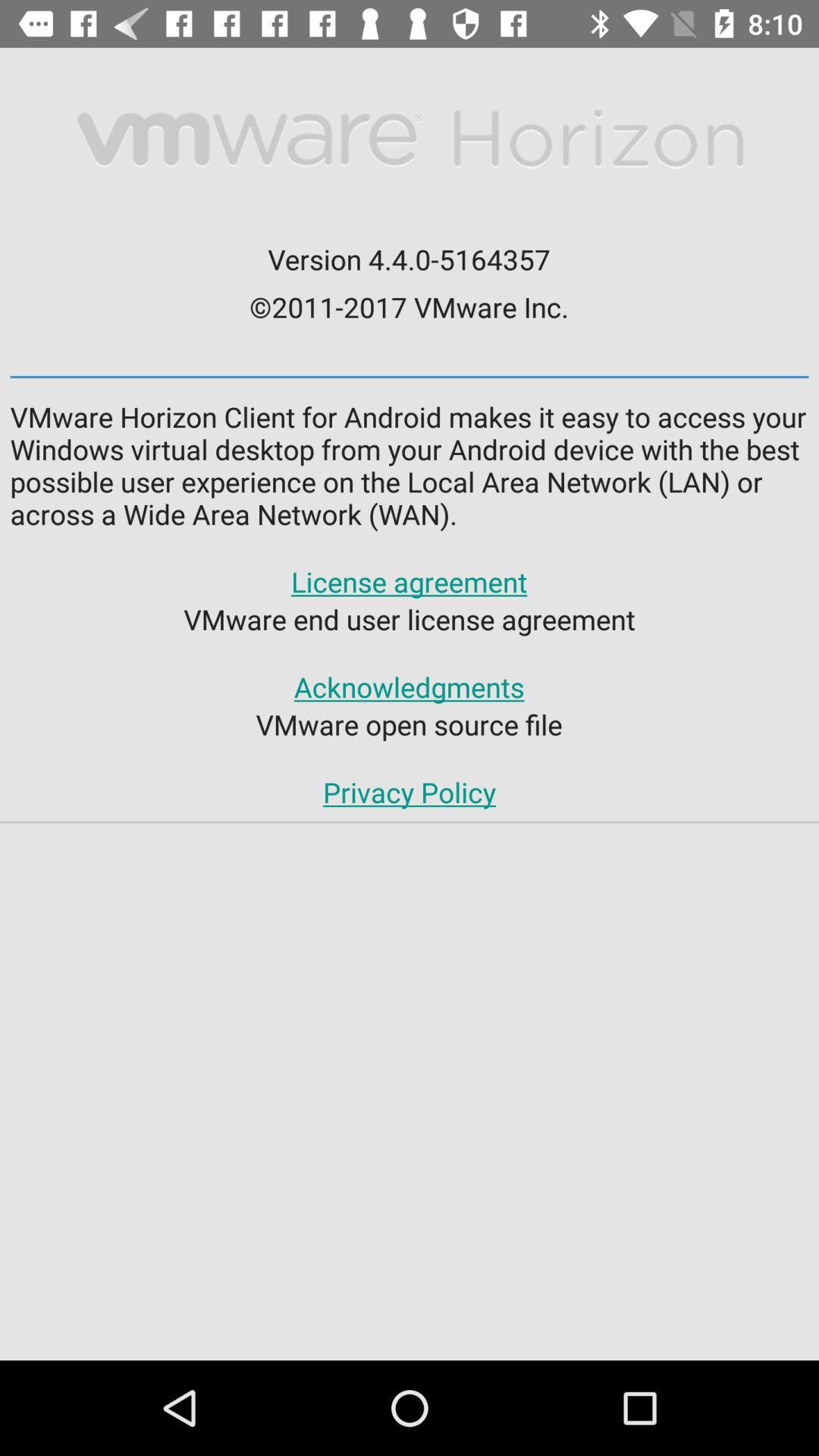 Image resolution: width=819 pixels, height=1456 pixels. Describe the element at coordinates (408, 723) in the screenshot. I see `the item below acknowledgments` at that location.